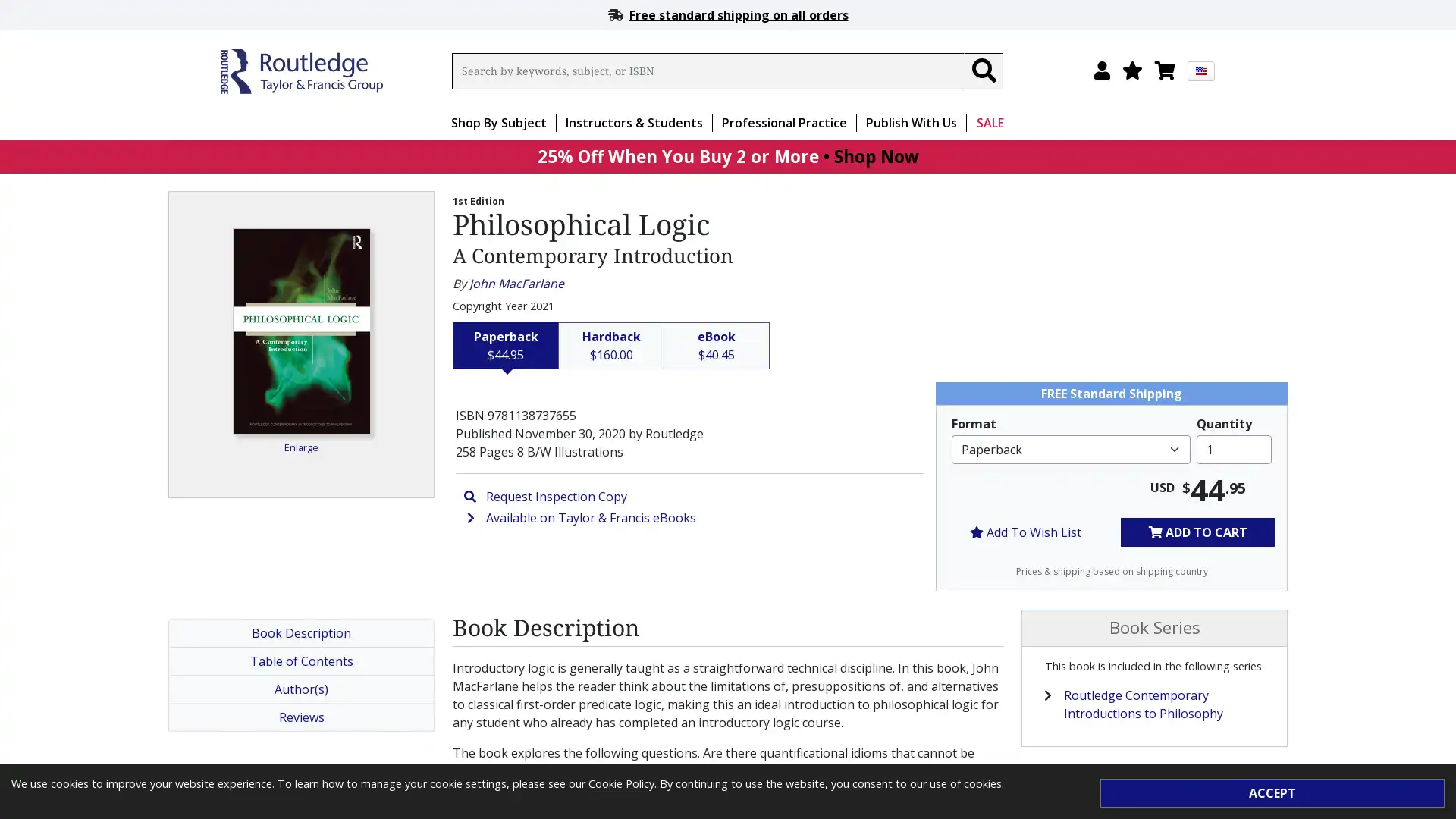 Image resolution: width=1456 pixels, height=819 pixels. Describe the element at coordinates (716, 345) in the screenshot. I see `eBook $40.45` at that location.